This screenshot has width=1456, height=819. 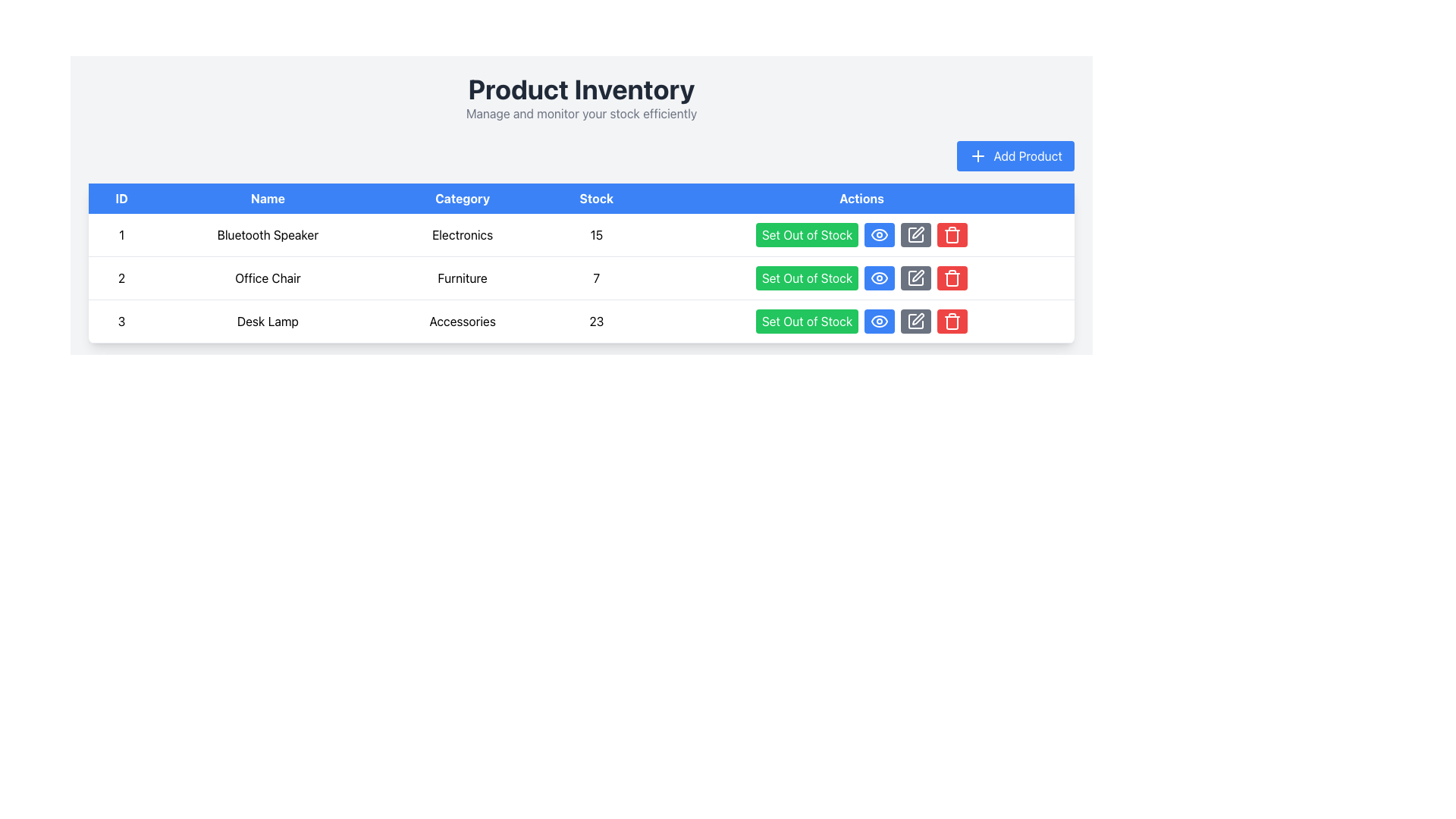 I want to click on the text component displaying '15' under the 'Stock' column of the table, which aligns with the 'Bluetooth Speaker' in the 'Name' column, so click(x=595, y=235).